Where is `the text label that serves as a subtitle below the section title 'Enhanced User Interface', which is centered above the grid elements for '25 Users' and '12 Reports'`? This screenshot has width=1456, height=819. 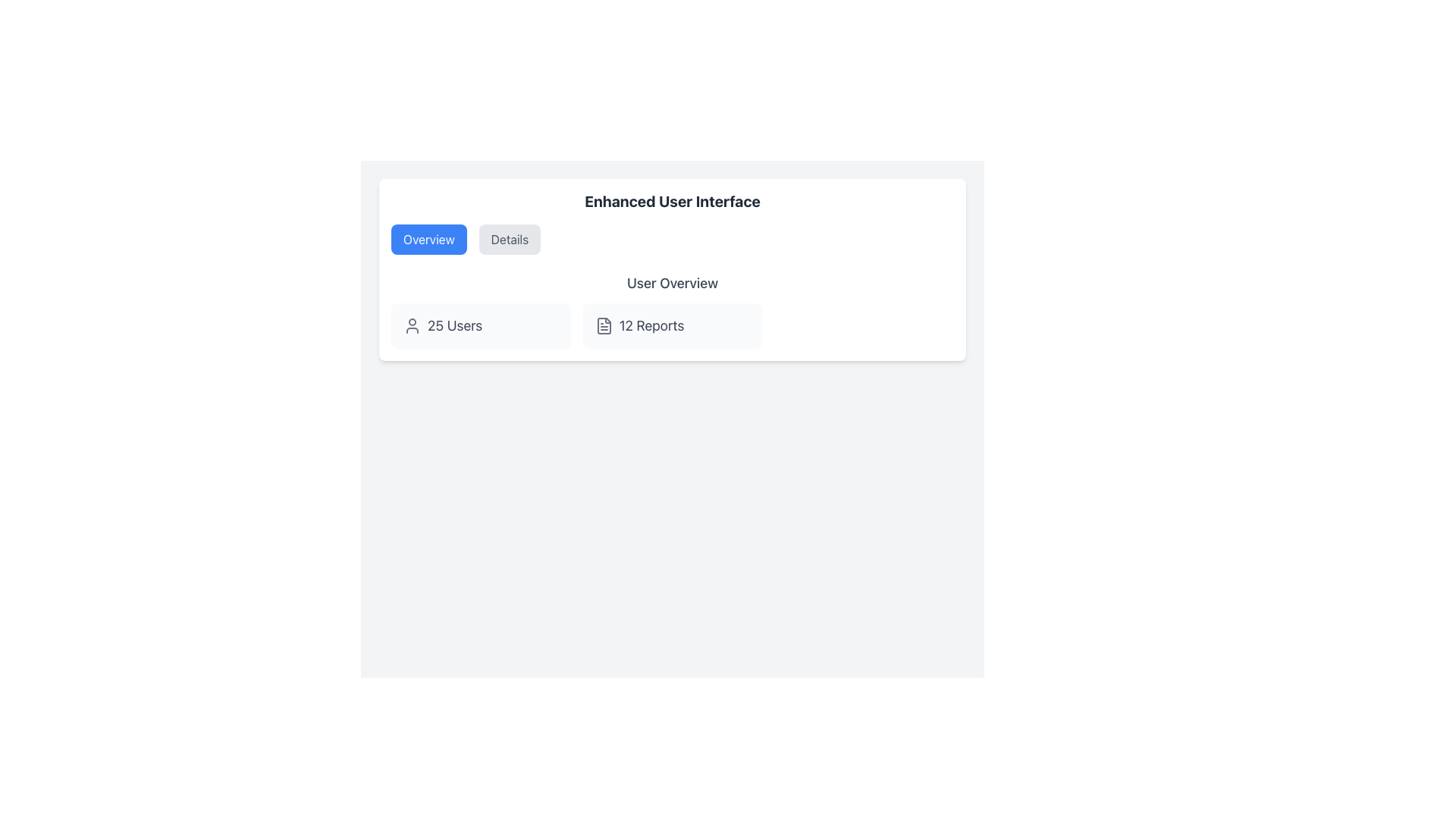 the text label that serves as a subtitle below the section title 'Enhanced User Interface', which is centered above the grid elements for '25 Users' and '12 Reports' is located at coordinates (672, 284).